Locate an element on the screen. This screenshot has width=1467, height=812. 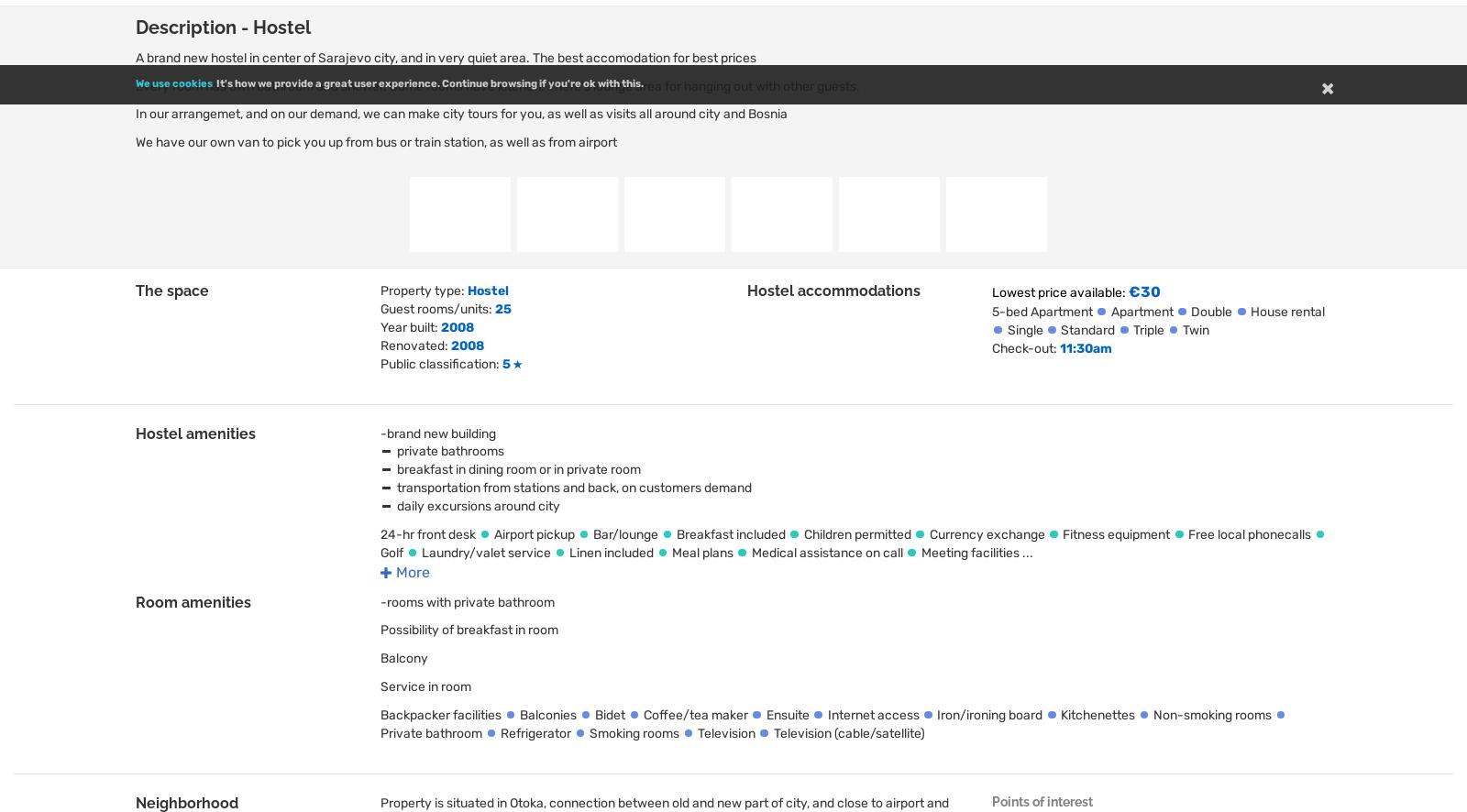
'Apartment' is located at coordinates (1140, 310).